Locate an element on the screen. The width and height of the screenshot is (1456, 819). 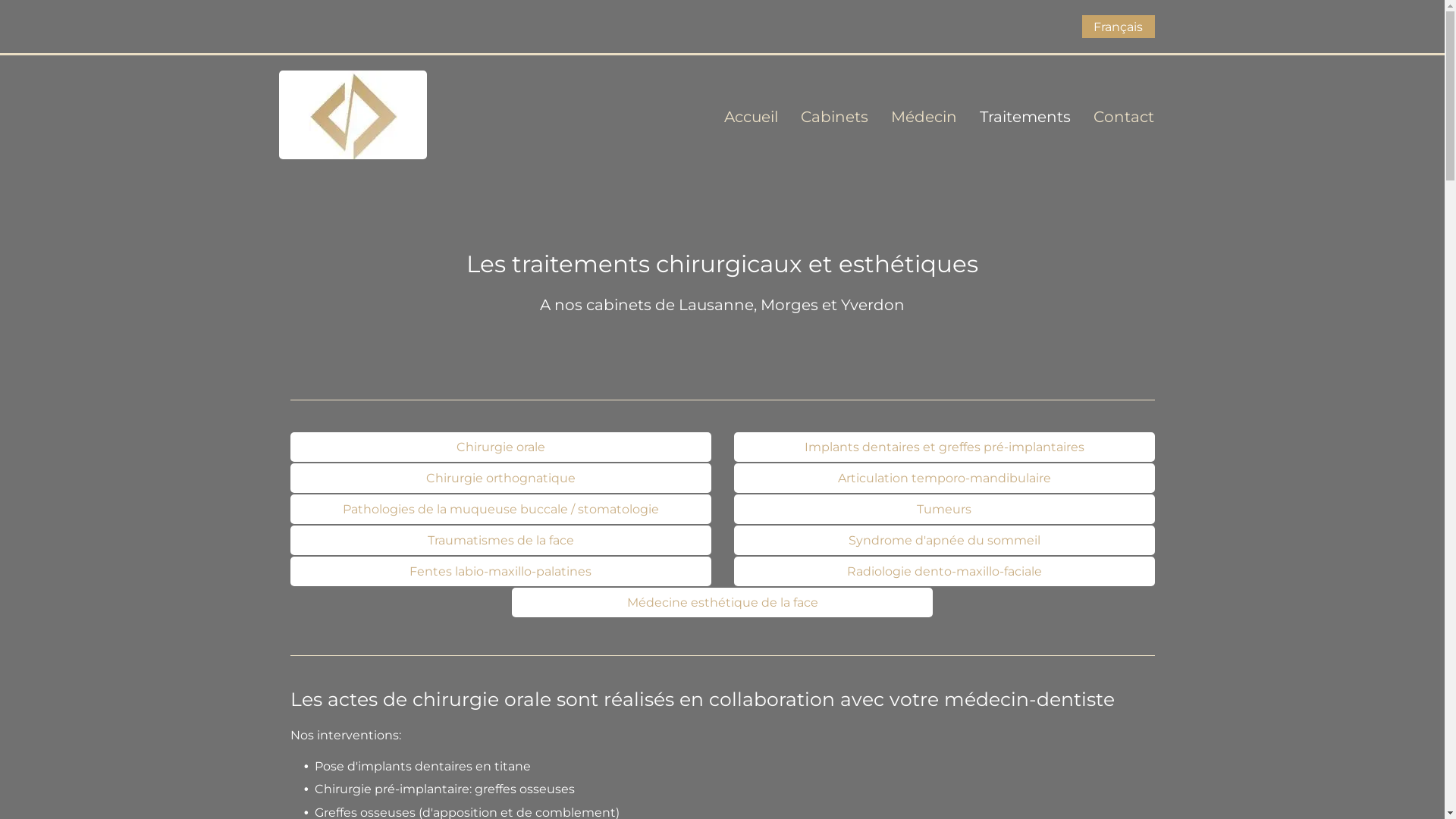
'Fentes labio-maxillo-palatines' is located at coordinates (500, 571).